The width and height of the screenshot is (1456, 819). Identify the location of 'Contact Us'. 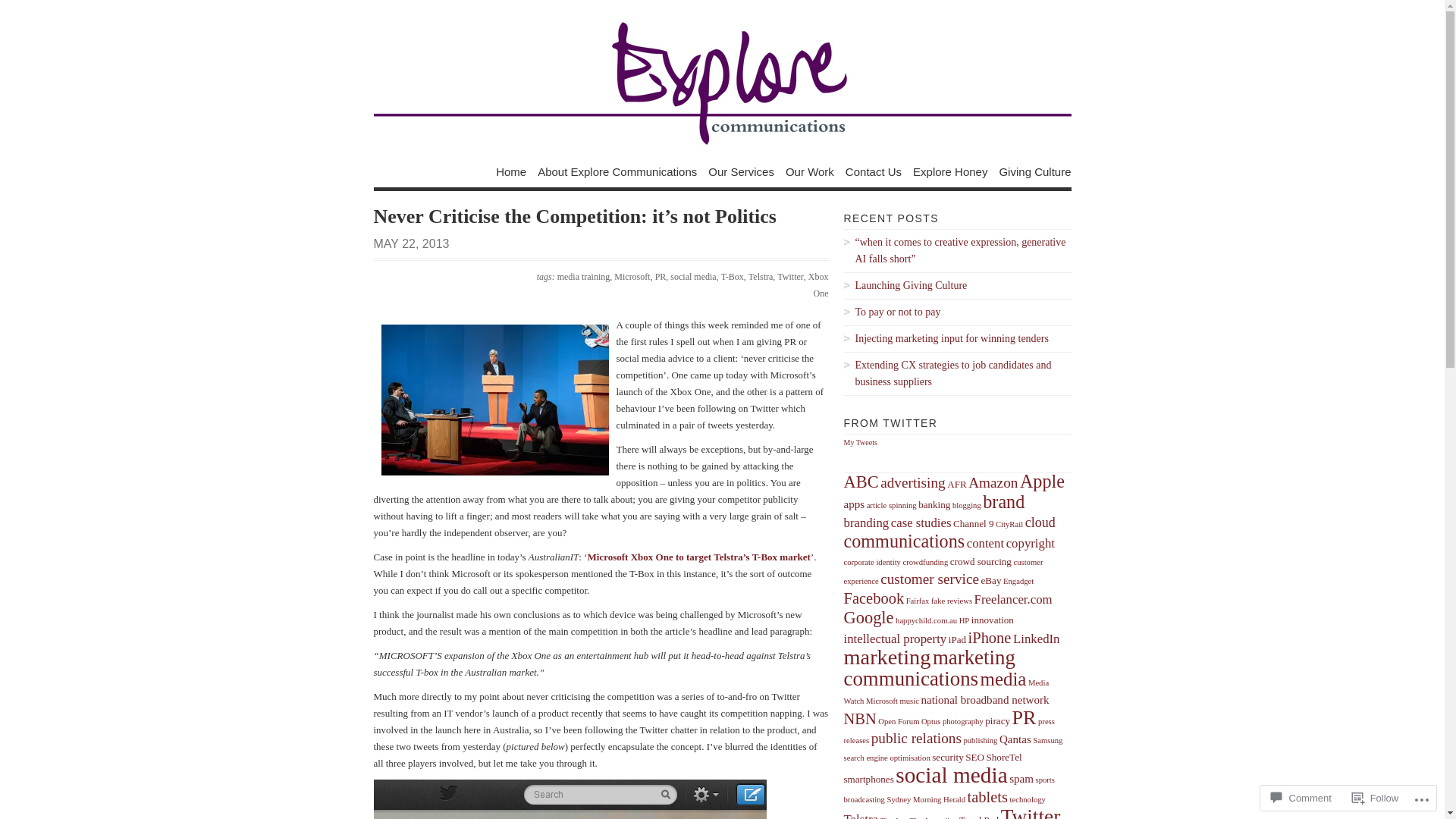
(874, 171).